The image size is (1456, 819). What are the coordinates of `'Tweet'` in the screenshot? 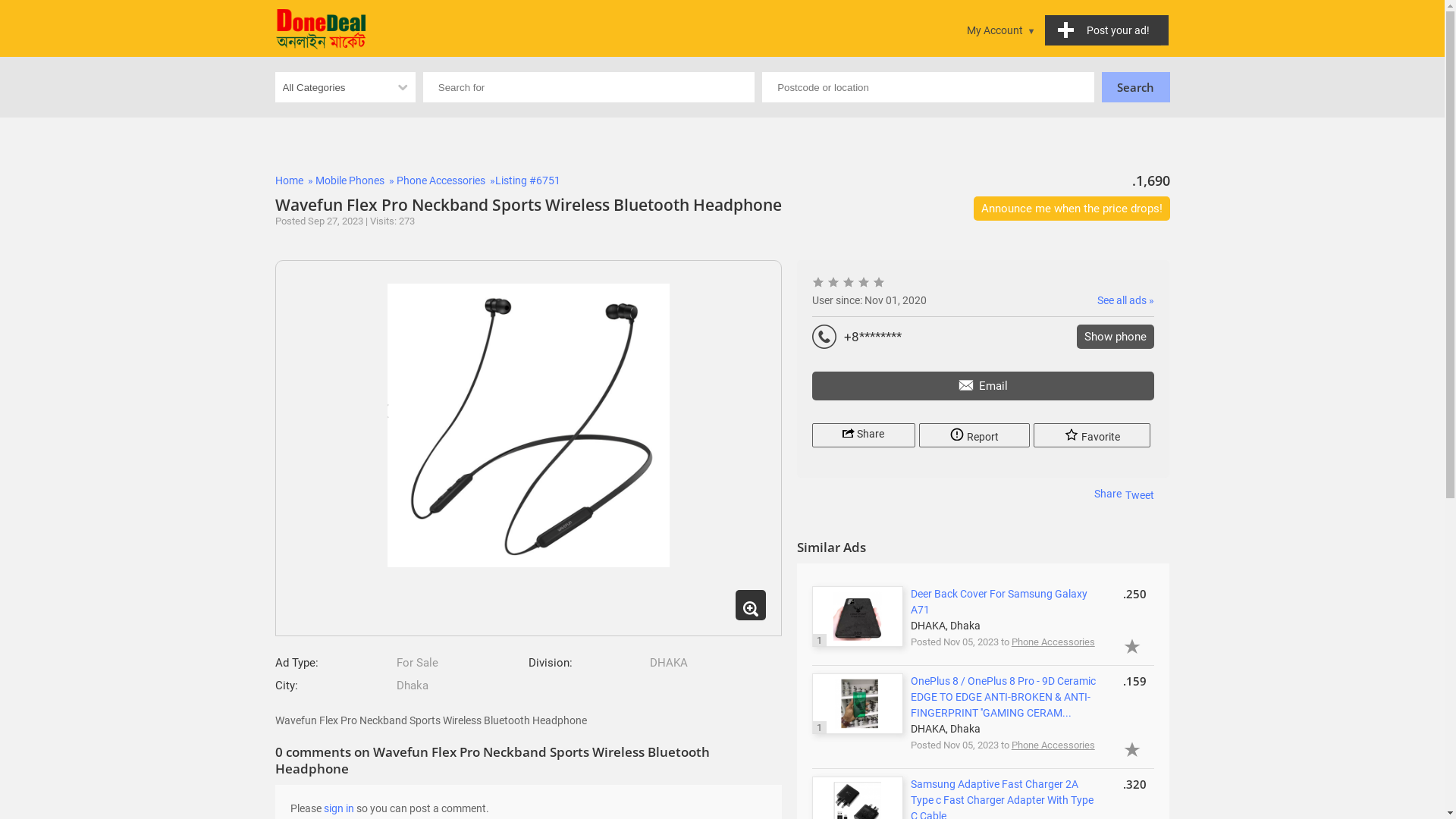 It's located at (1139, 494).